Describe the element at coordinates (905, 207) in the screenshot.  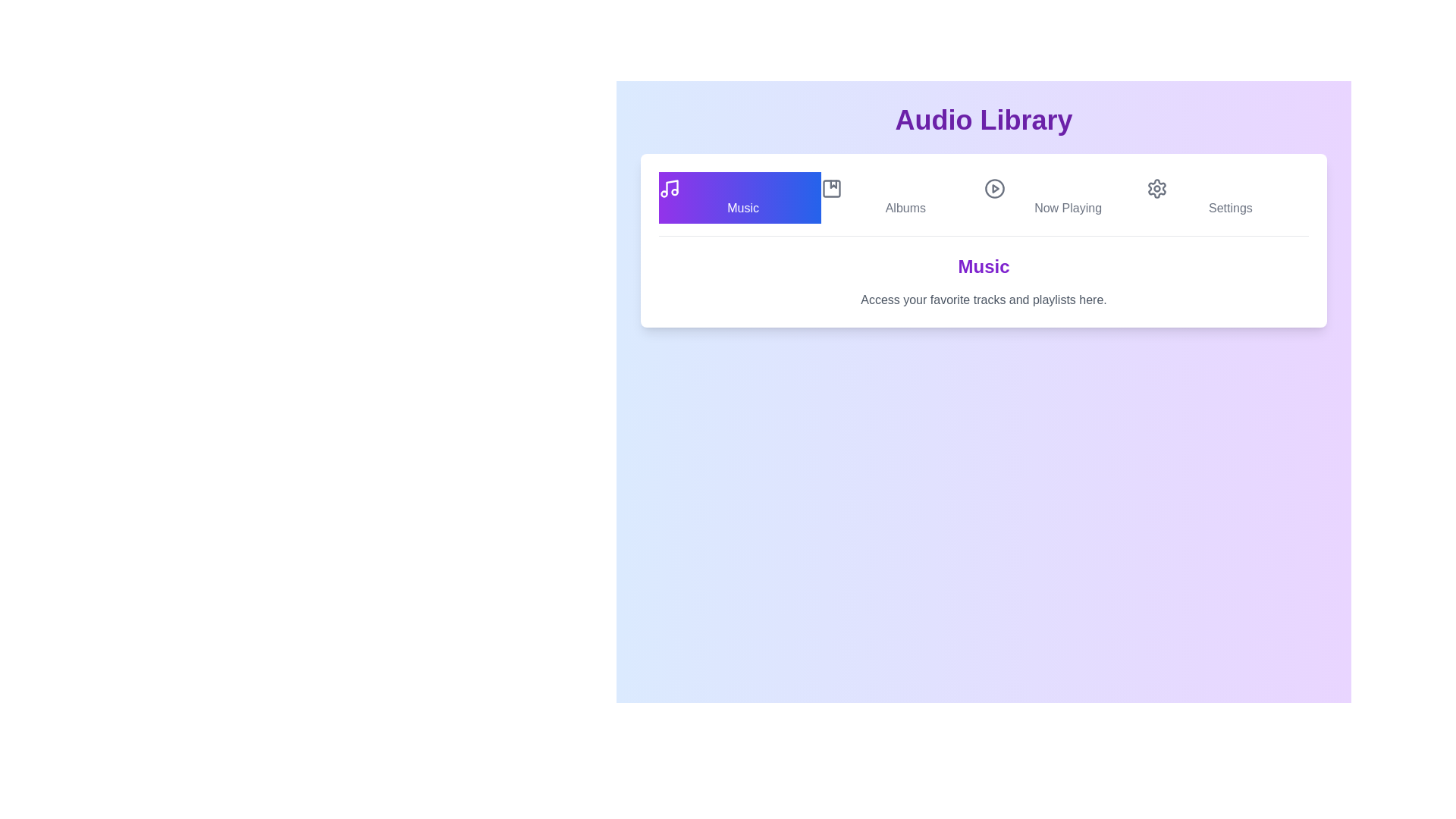
I see `the 'Albums' text label in the navigation bar` at that location.